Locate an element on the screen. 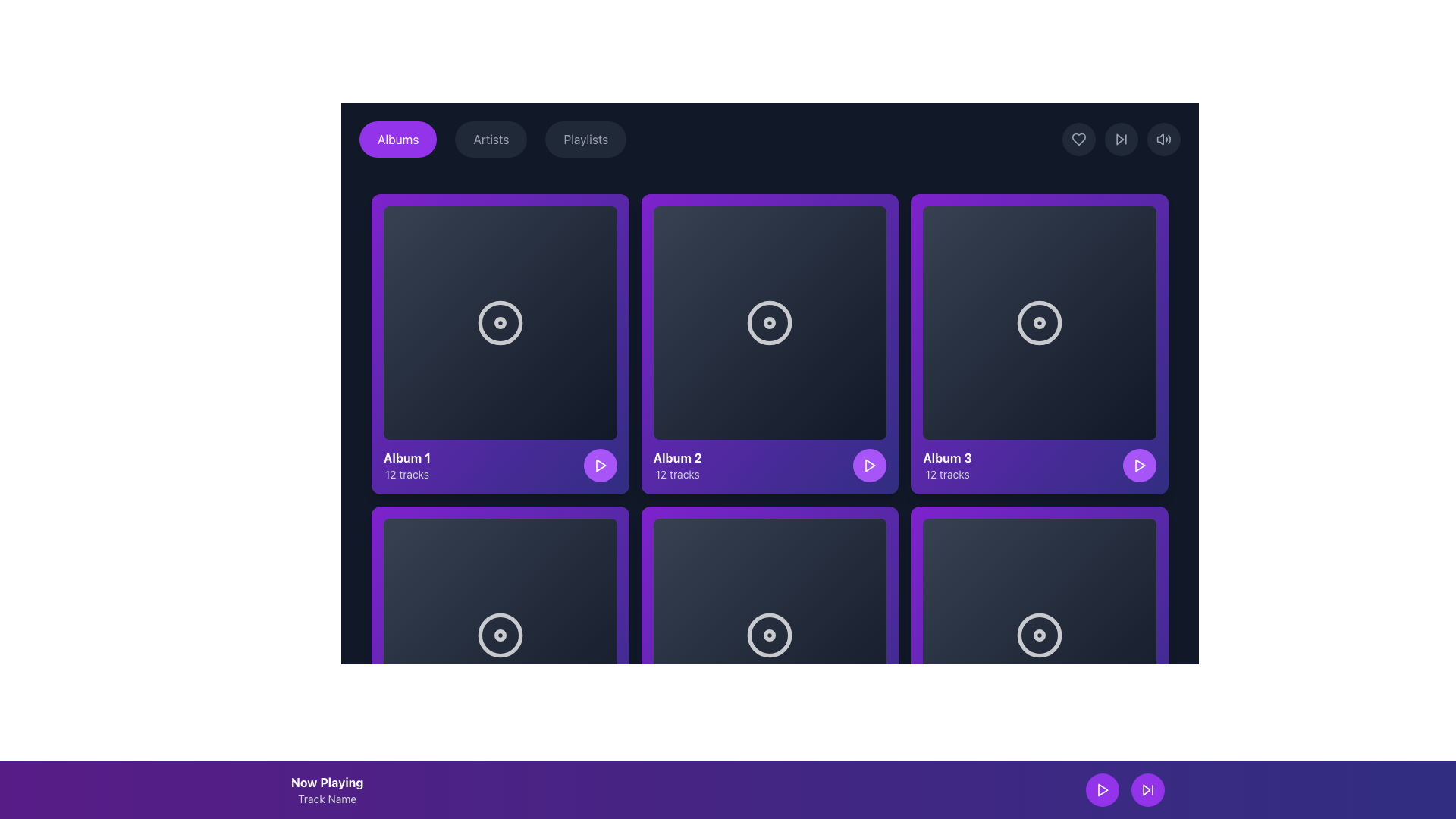 This screenshot has height=819, width=1456. the square component with rounded corners and a gradient background, located in the third row and second column of the album card labeled 'Album 5 12 tracks' is located at coordinates (770, 635).